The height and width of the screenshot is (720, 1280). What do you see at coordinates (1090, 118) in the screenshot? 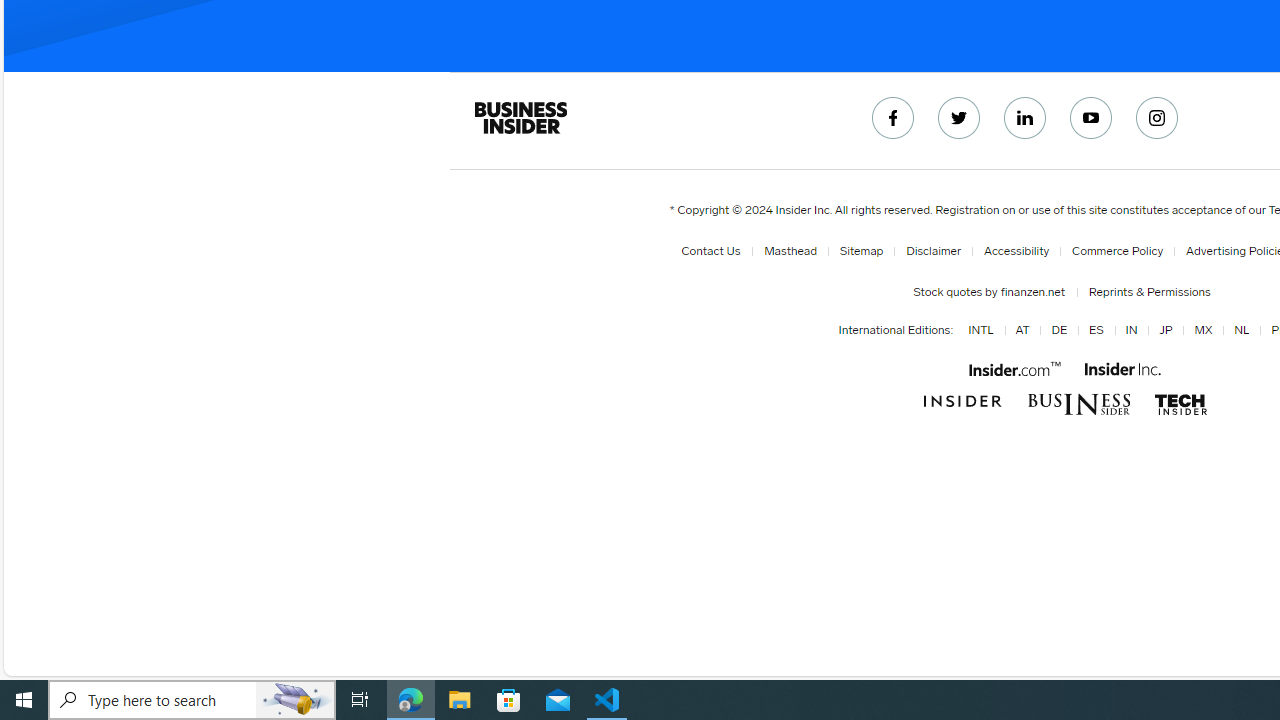
I see `'Click to visit our YouTube channel'` at bounding box center [1090, 118].